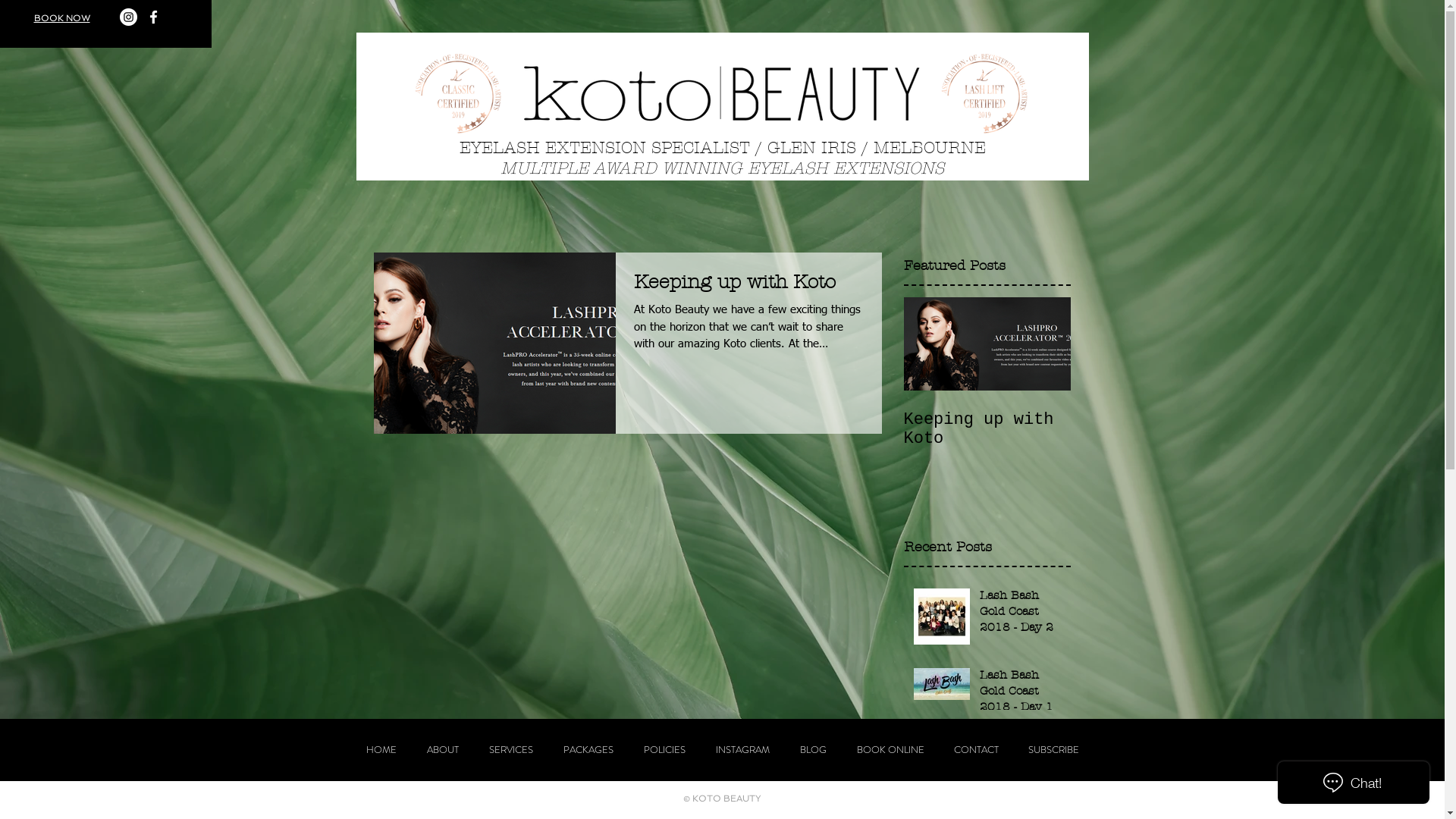 The width and height of the screenshot is (1456, 819). I want to click on 'HOME', so click(381, 748).